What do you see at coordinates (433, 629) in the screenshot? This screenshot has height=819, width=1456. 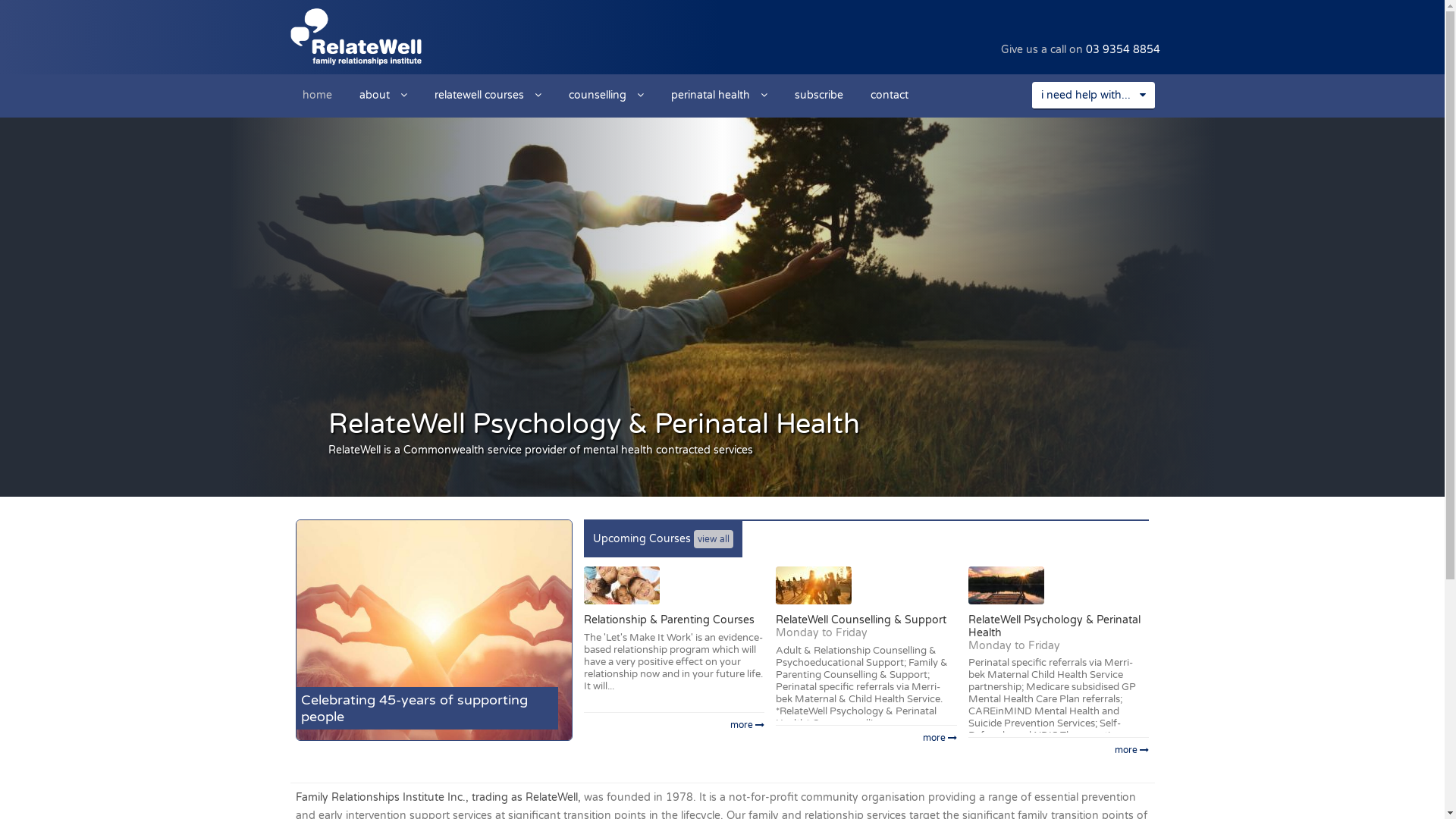 I see `'Celebrating 45-years of supporting people'` at bounding box center [433, 629].